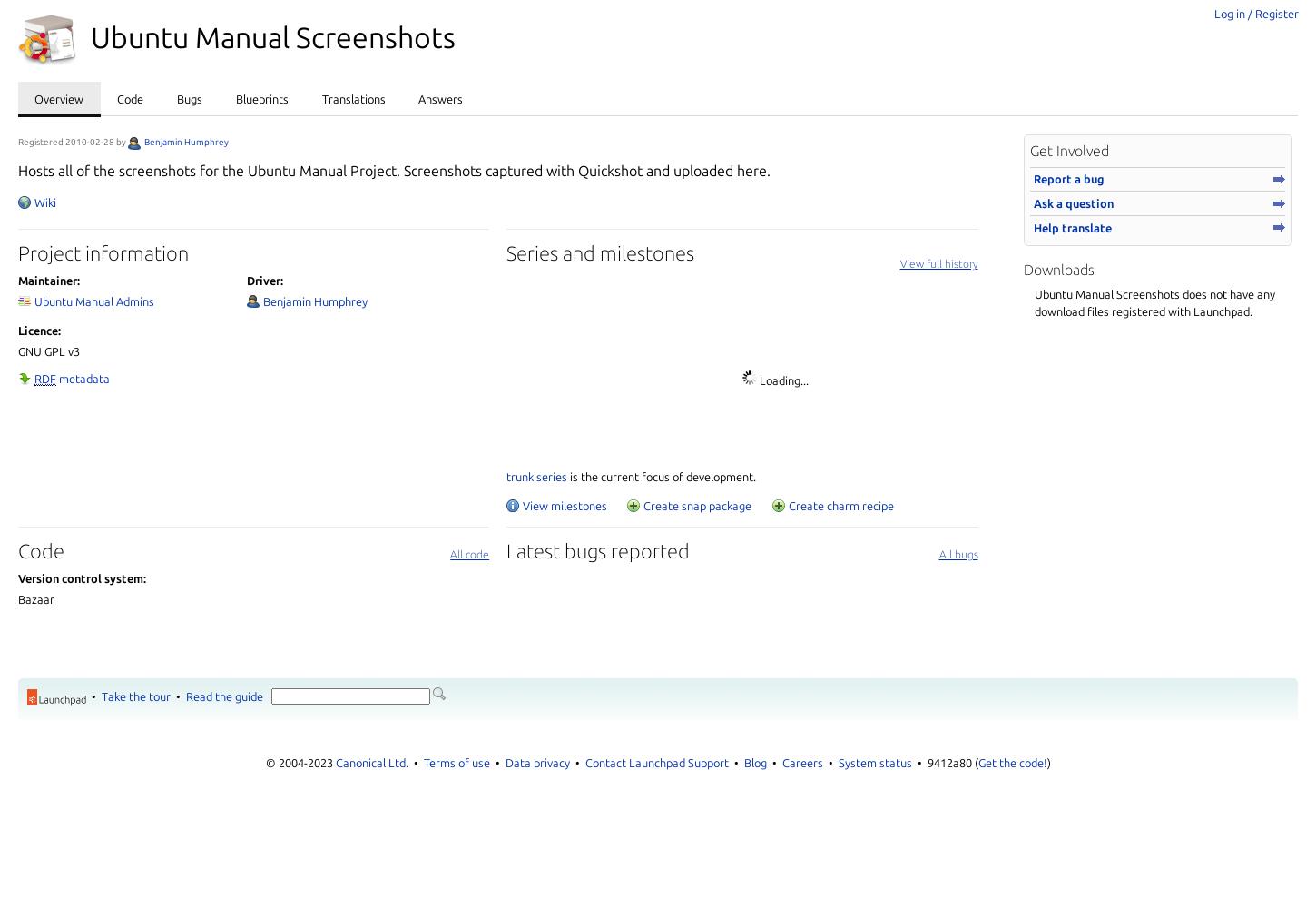 Image resolution: width=1316 pixels, height=908 pixels. I want to click on 'View full history', so click(938, 263).